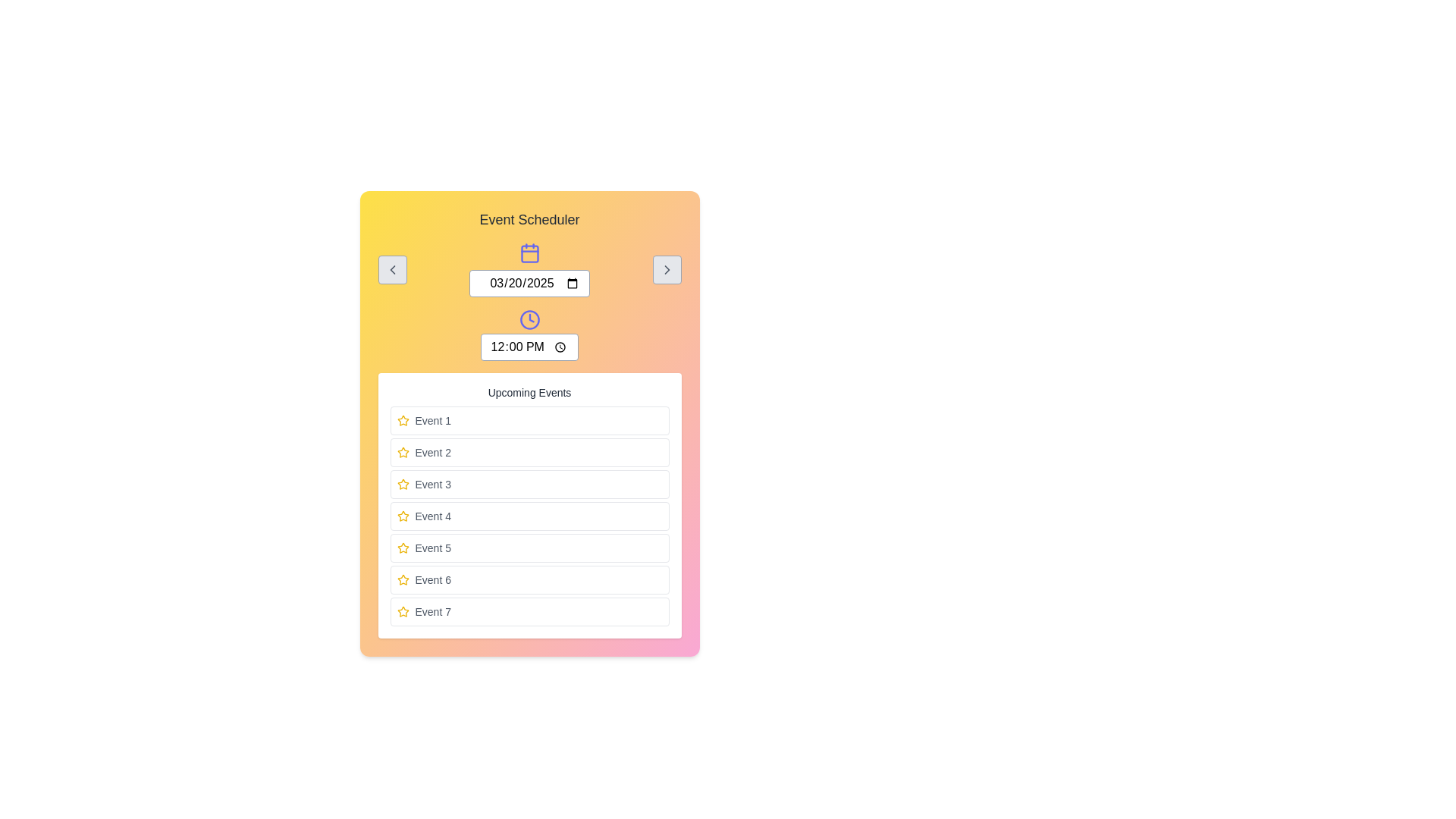 This screenshot has width=1456, height=819. What do you see at coordinates (531, 317) in the screenshot?
I see `triangular pointer element of the clock icon, which is styled with an indigo hue and located at the center of the clock, for debug or styling purposes` at bounding box center [531, 317].